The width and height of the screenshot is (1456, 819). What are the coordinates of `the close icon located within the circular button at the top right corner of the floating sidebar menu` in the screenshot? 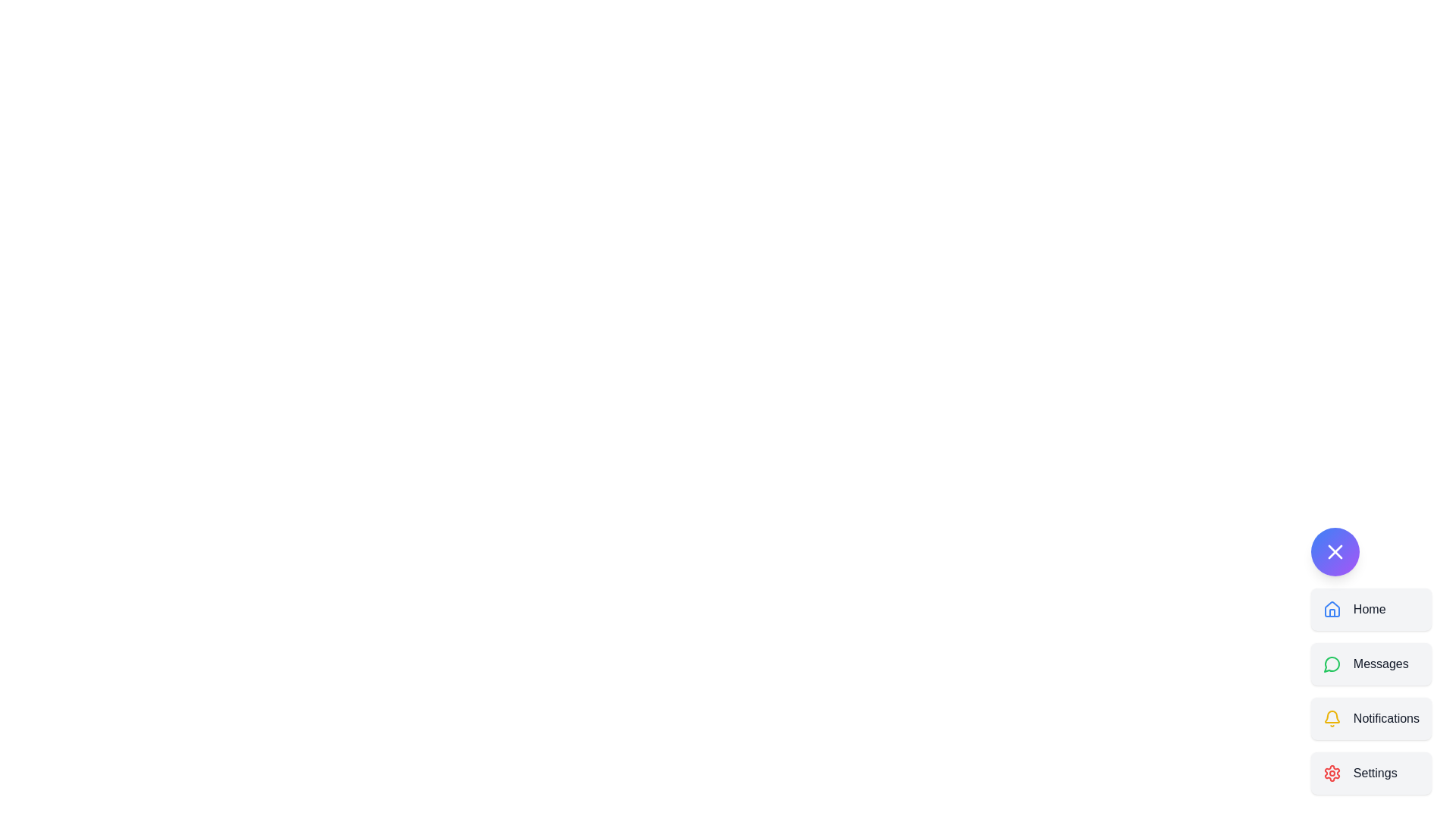 It's located at (1335, 552).